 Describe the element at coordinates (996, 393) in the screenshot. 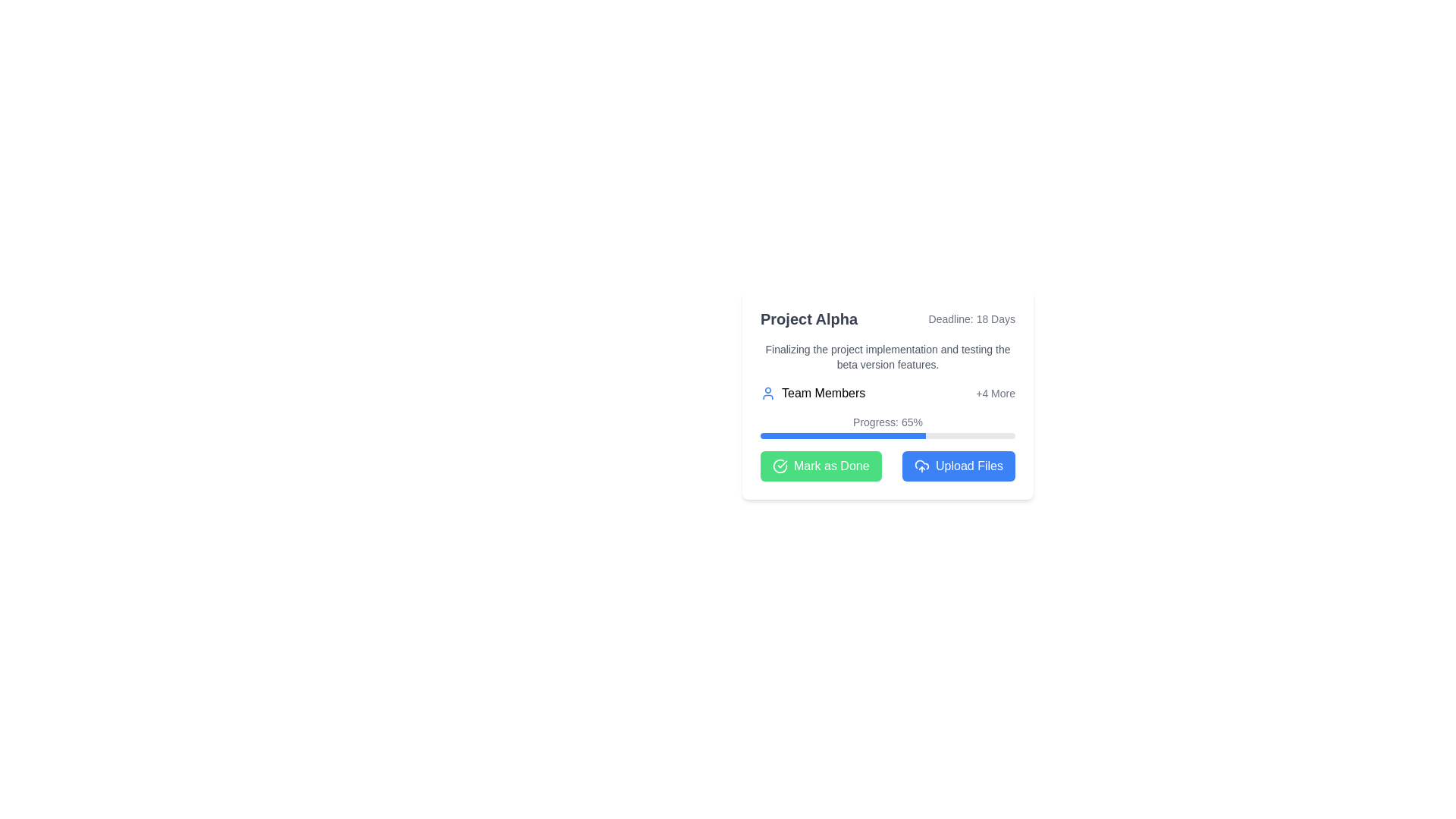

I see `the text label reading '+4 More', which is styled in gray and positioned to the right of the 'Team Members' label` at that location.